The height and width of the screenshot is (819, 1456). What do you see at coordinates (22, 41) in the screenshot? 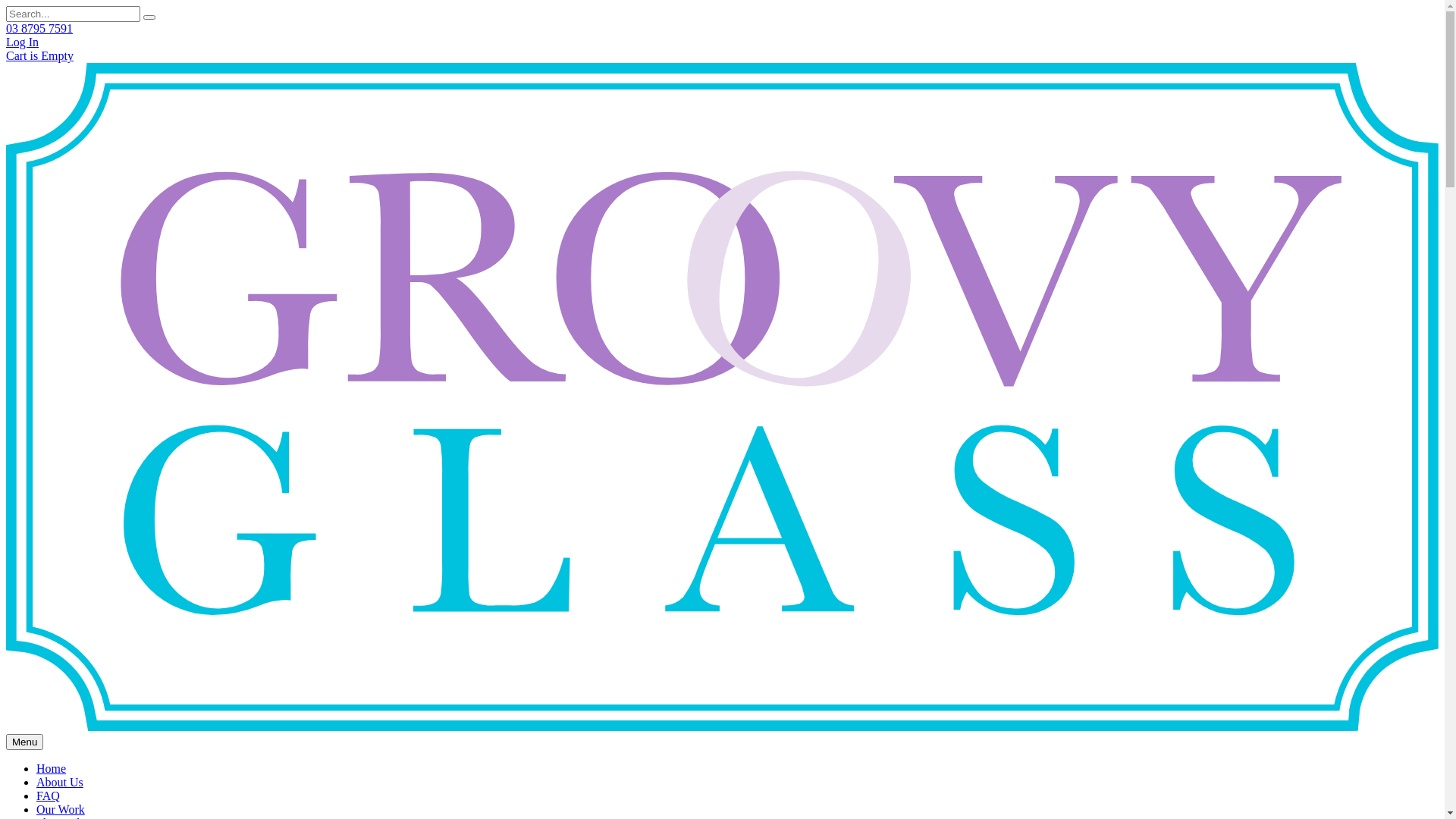
I see `'Log In'` at bounding box center [22, 41].